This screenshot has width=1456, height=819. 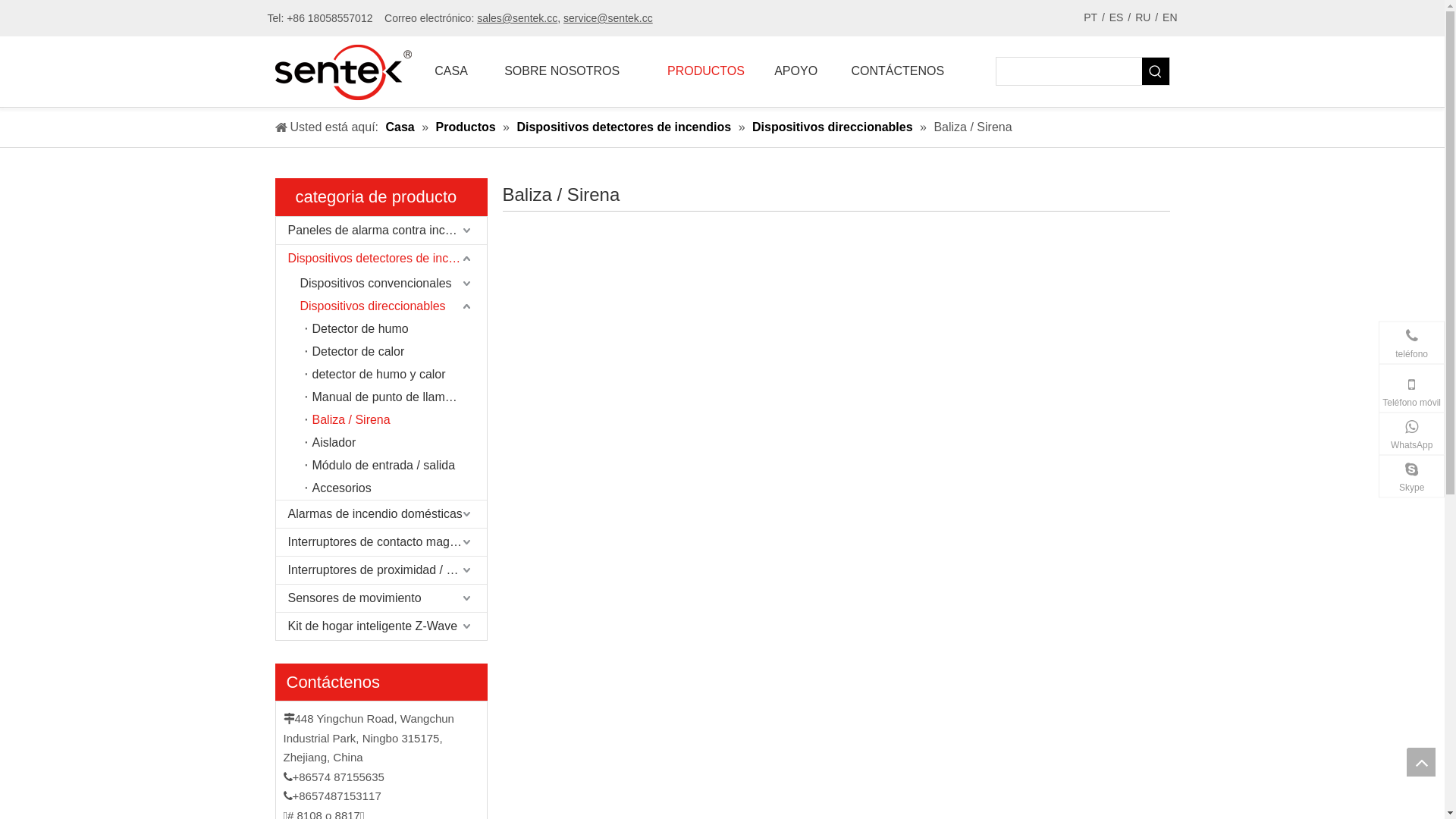 What do you see at coordinates (396, 488) in the screenshot?
I see `'Accesorios'` at bounding box center [396, 488].